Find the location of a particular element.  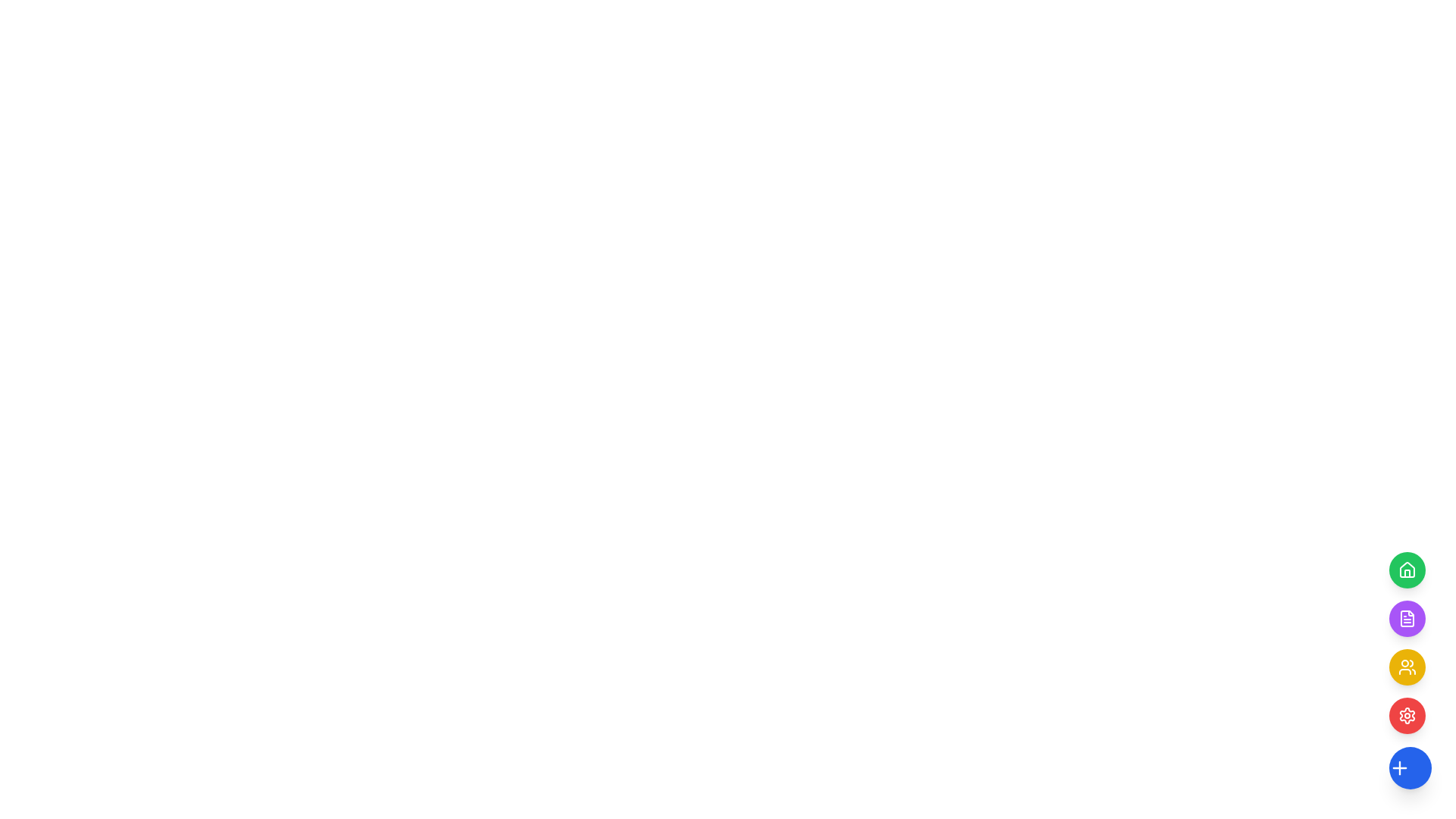

the circular button with a purple background and a white document icon is located at coordinates (1407, 619).